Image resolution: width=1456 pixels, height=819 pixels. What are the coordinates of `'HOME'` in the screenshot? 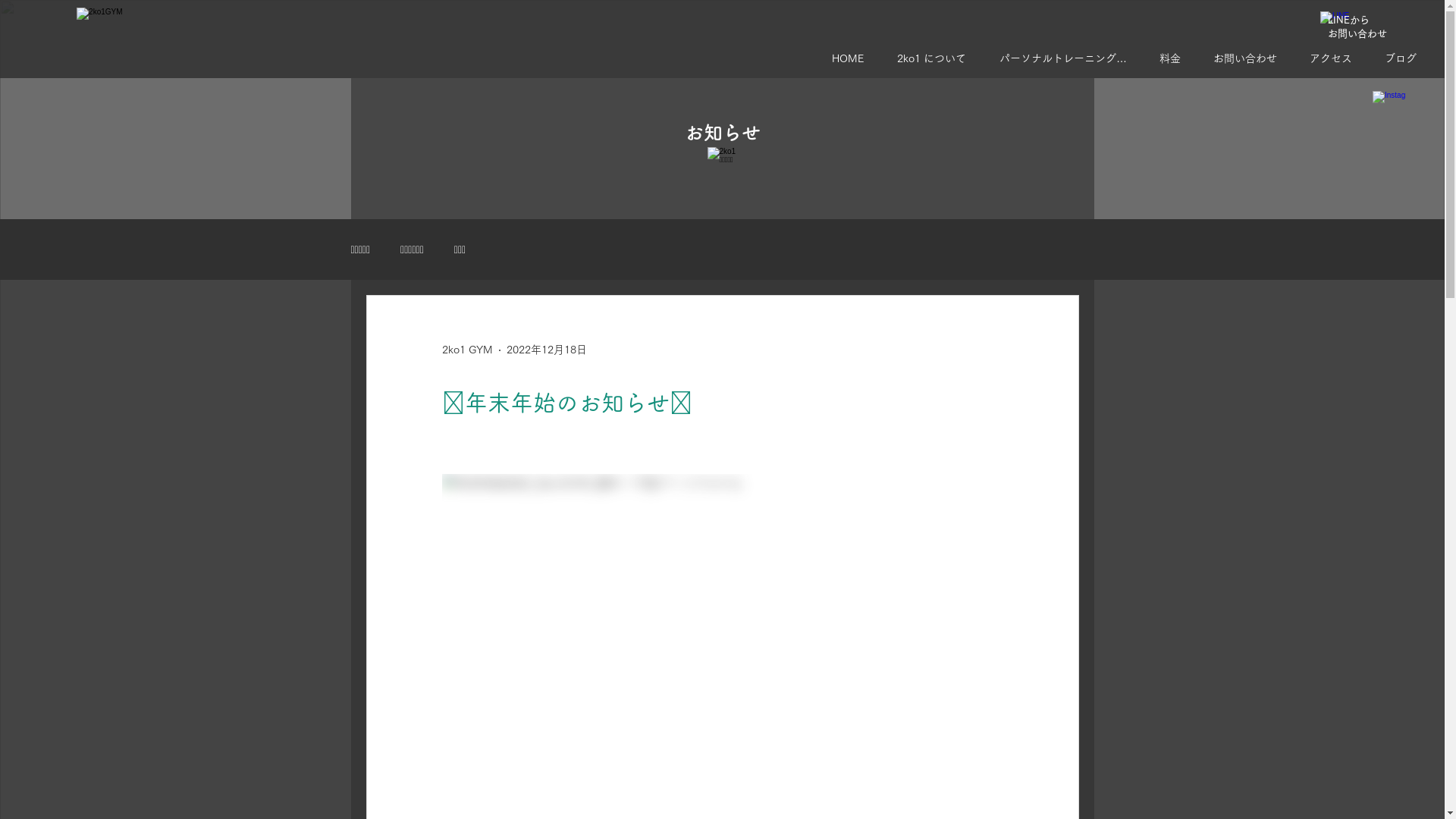 It's located at (819, 58).